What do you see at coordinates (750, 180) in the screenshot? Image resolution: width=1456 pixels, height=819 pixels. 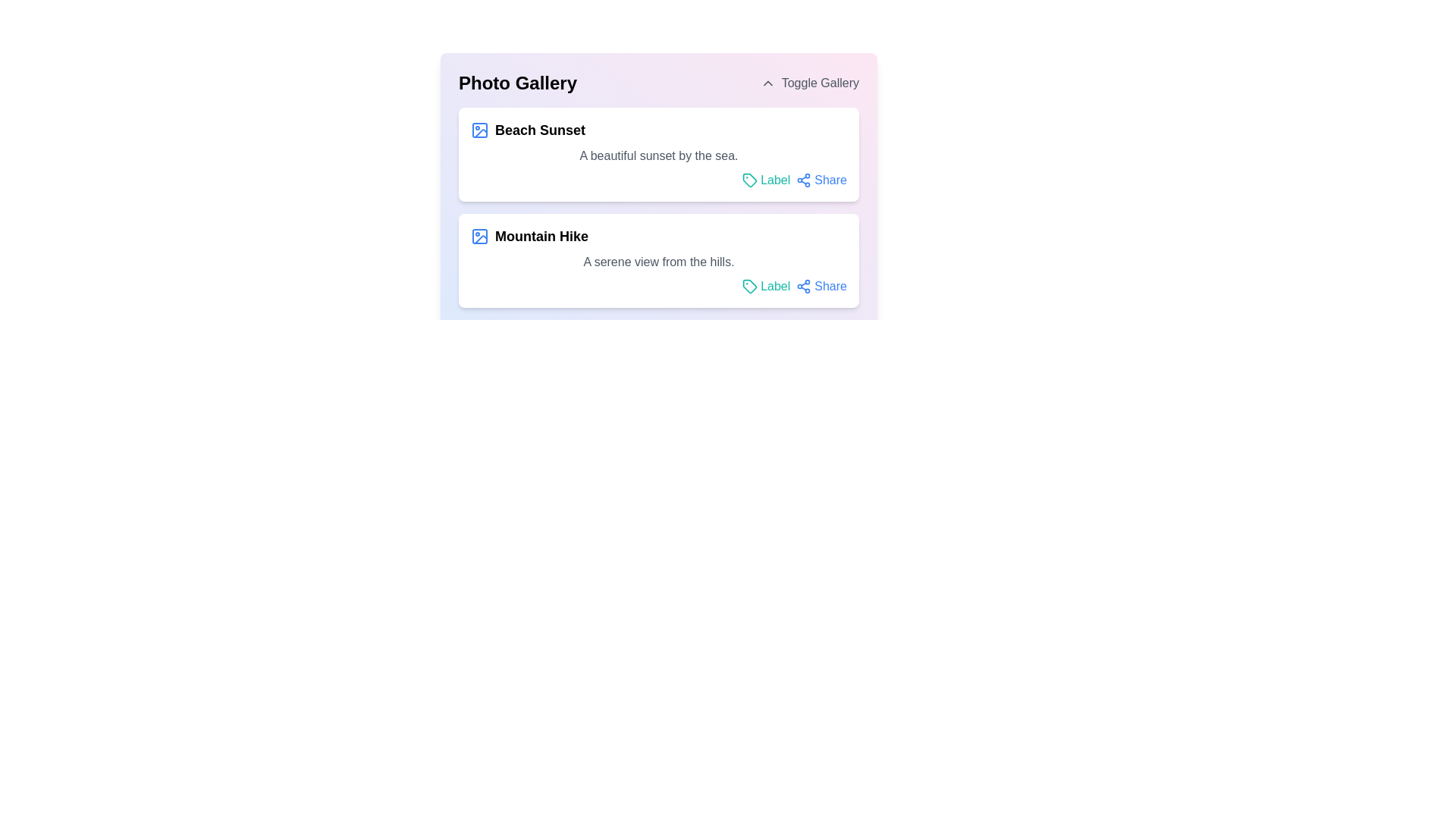 I see `the icon element with a teal-colored outline that resembles a tag, located to the left of the text 'Label' in the 'Beach Sunset' section` at bounding box center [750, 180].